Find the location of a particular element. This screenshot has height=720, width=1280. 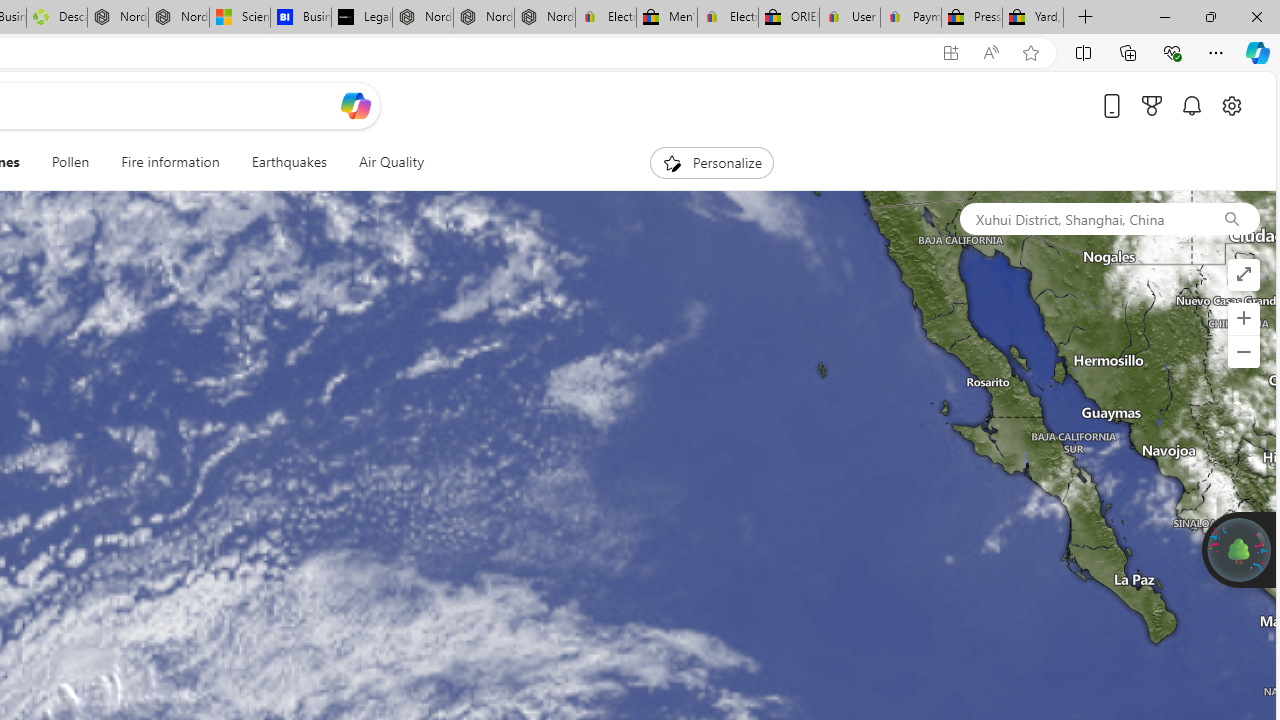

'App available. Install Microsoft Start Weather' is located at coordinates (950, 52).